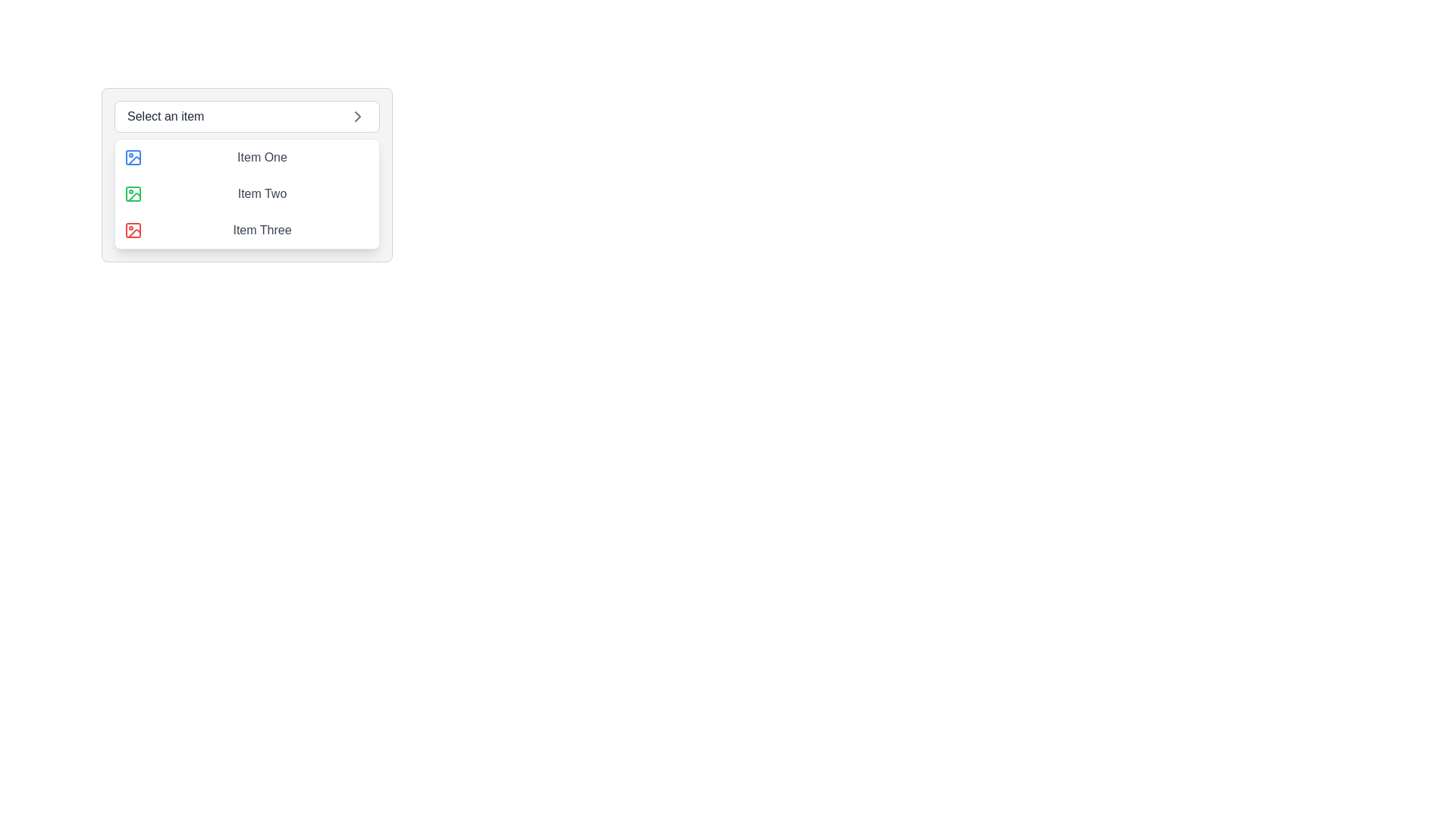  What do you see at coordinates (262, 193) in the screenshot?
I see `the text label displaying 'Item Two' in gray color within the menu list` at bounding box center [262, 193].